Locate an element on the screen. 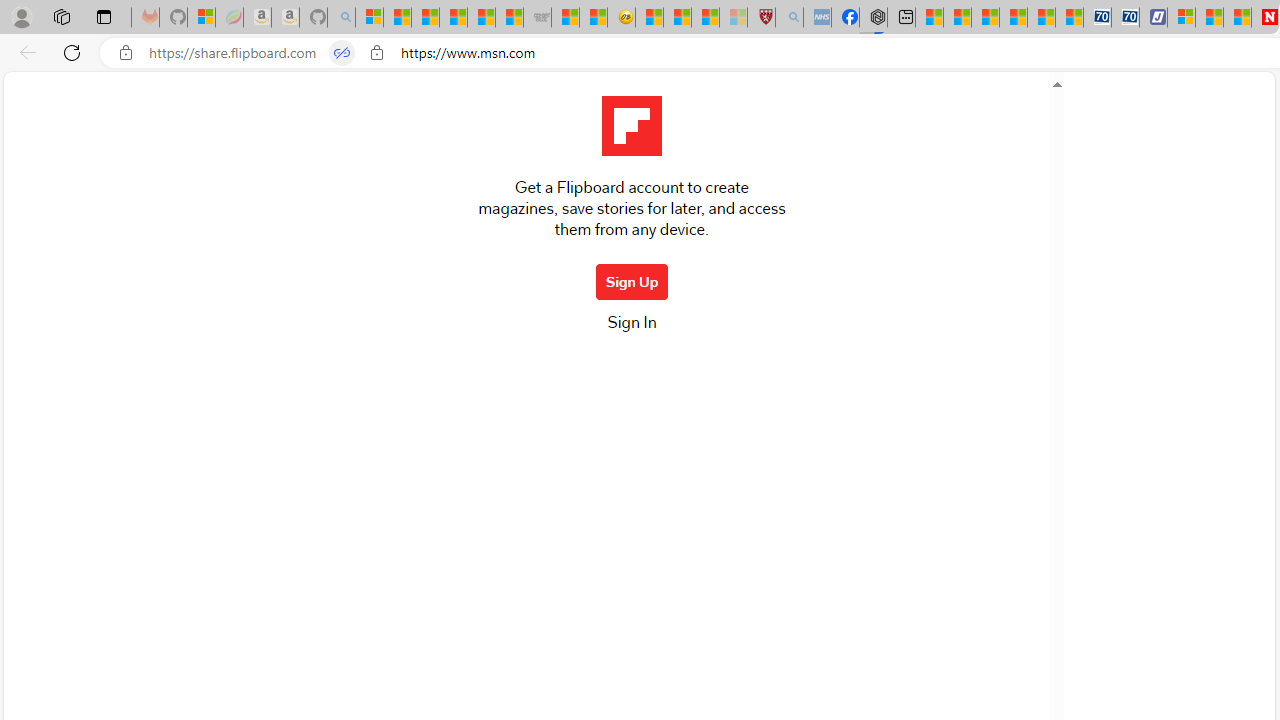 Image resolution: width=1280 pixels, height=720 pixels. 'Cheap Car Rentals - Save70.com' is located at coordinates (1096, 17).